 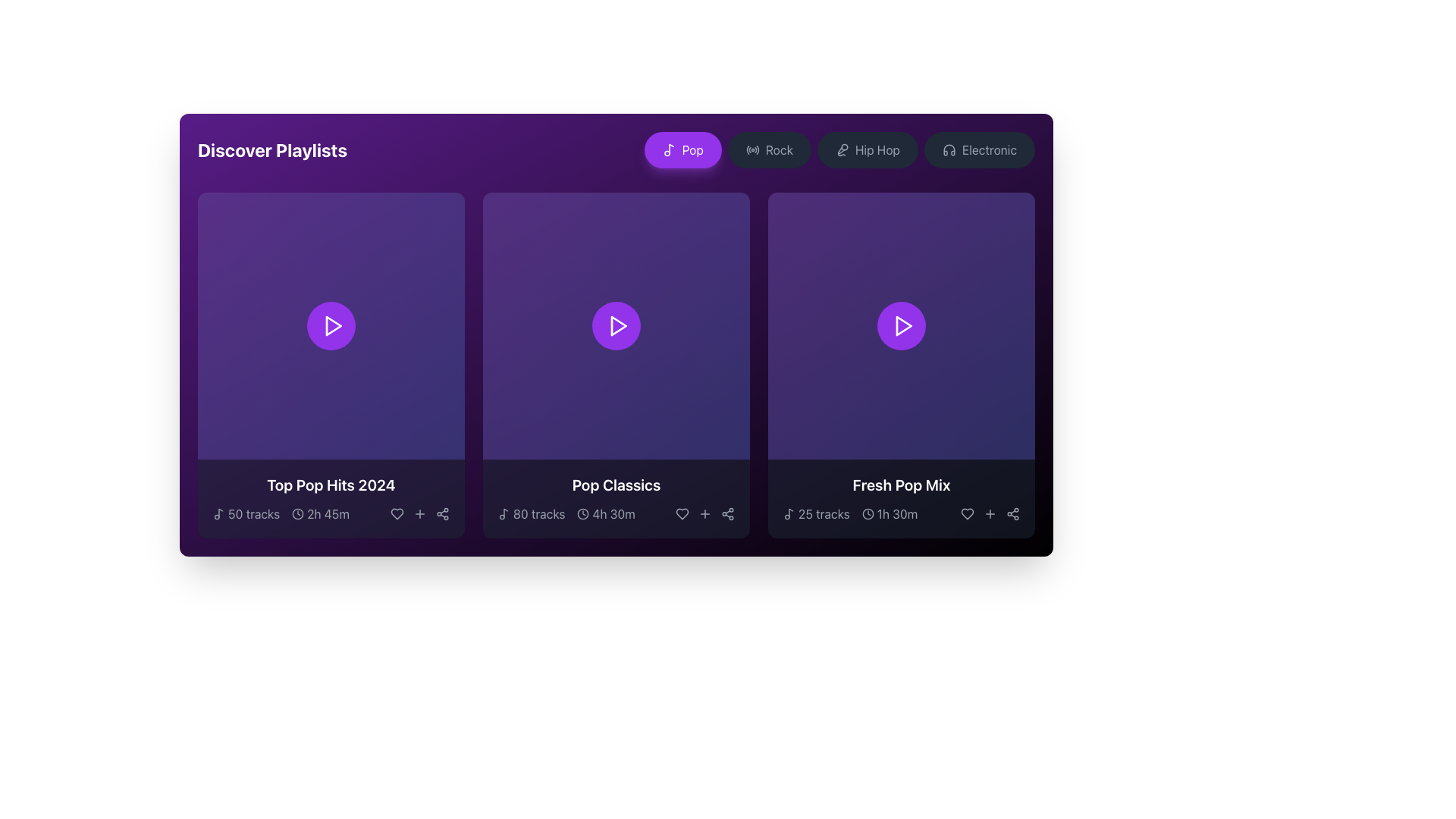 I want to click on the minimalist music visual icon, which is a vertical line ending in a right-leaning diagonal line, located in the bottom-left corner of the first card in a row of playlist cards, so click(x=220, y=512).